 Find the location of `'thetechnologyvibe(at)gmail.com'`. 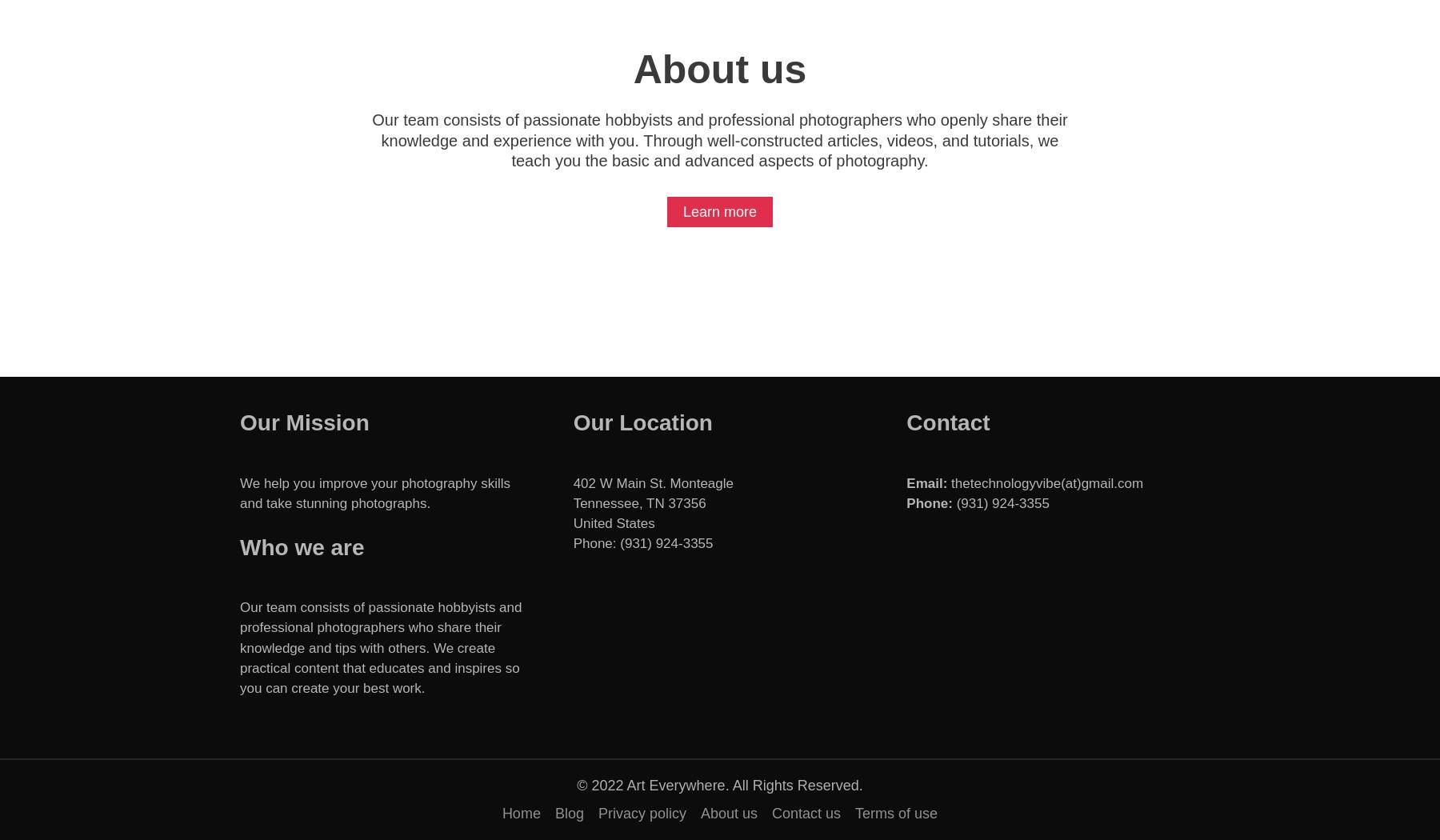

'thetechnologyvibe(at)gmail.com' is located at coordinates (1045, 482).